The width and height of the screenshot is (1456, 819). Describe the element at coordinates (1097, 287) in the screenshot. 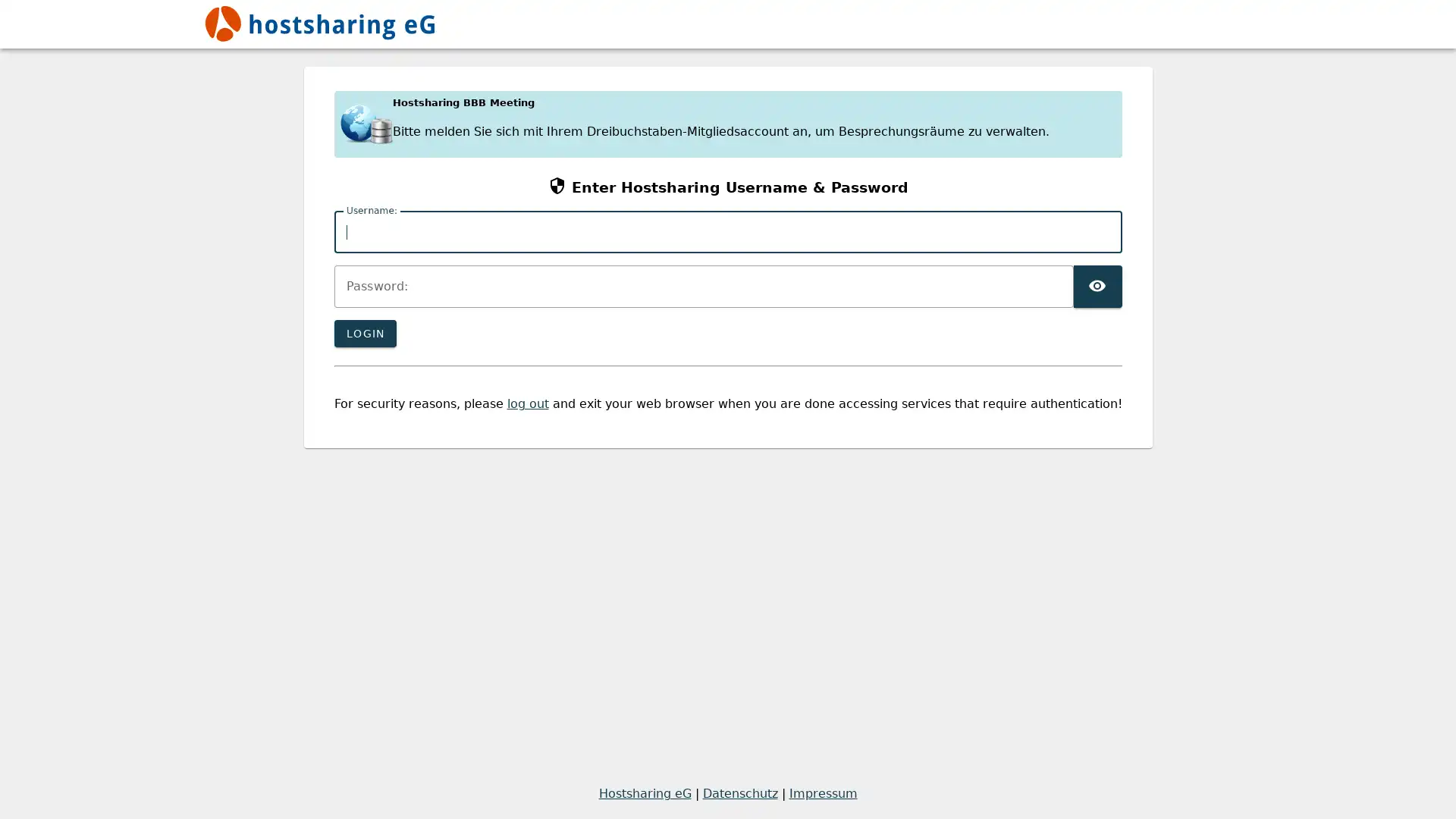

I see `TOGGLE PASSWORD` at that location.